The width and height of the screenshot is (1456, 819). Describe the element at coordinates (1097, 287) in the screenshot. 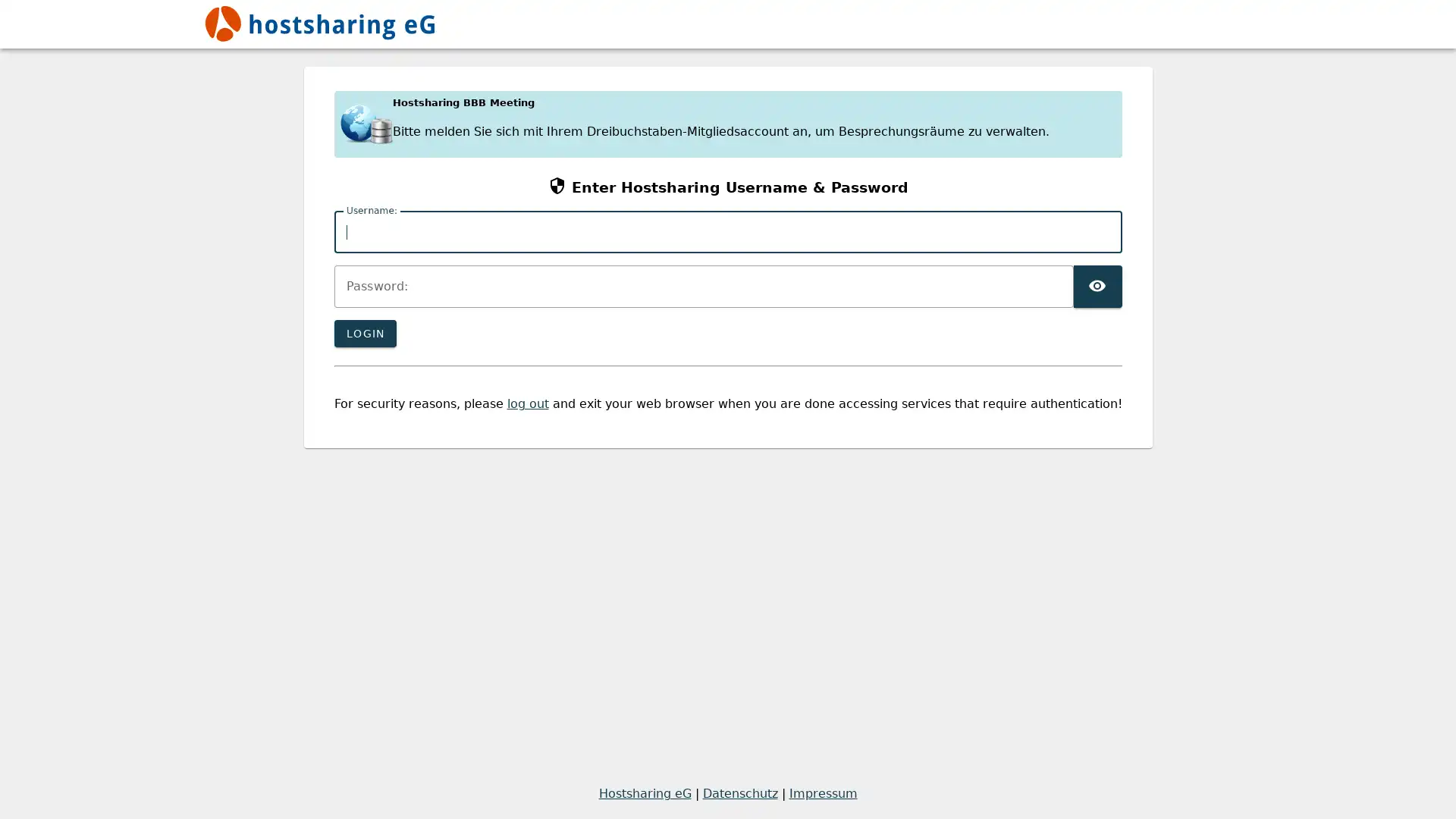

I see `TOGGLE PASSWORD` at that location.